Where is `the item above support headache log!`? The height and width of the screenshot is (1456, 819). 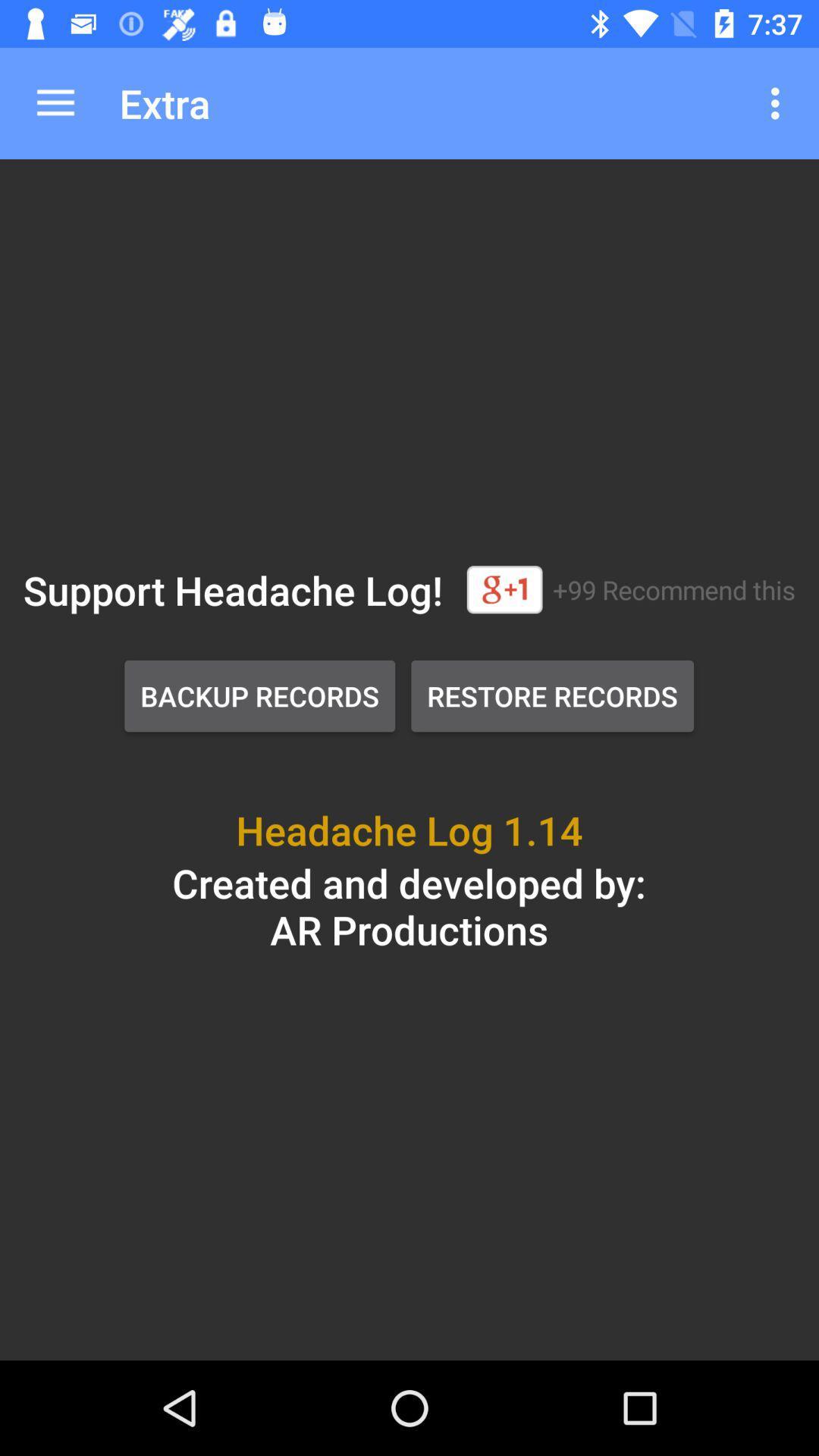
the item above support headache log! is located at coordinates (55, 102).